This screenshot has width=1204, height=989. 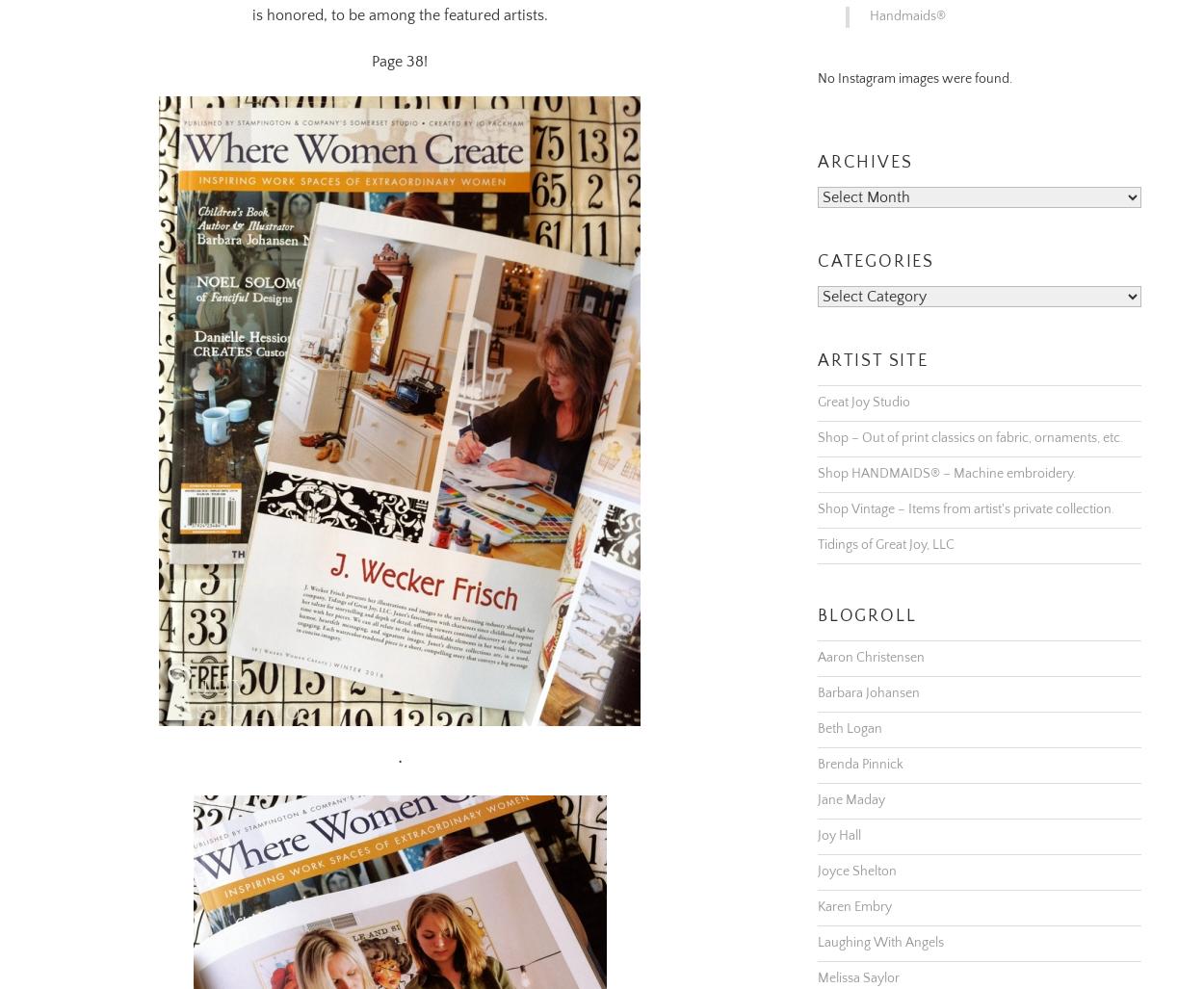 What do you see at coordinates (966, 484) in the screenshot?
I see `'Shop Vintage – Items from artist's private collection.'` at bounding box center [966, 484].